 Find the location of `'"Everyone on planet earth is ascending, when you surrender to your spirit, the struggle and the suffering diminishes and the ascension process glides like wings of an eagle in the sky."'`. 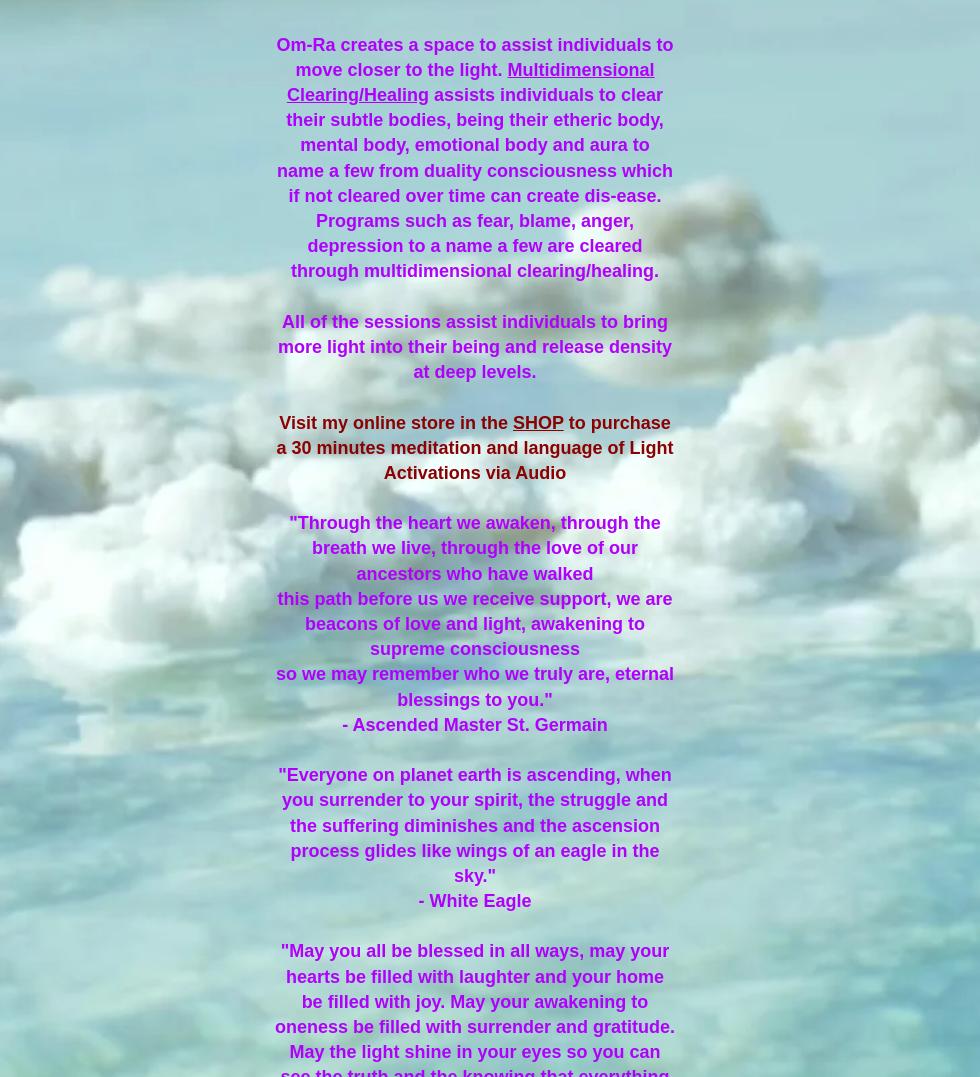

'"Everyone on planet earth is ascending, when you surrender to your spirit, the struggle and the suffering diminishes and the ascension process glides like wings of an eagle in the sky."' is located at coordinates (474, 824).